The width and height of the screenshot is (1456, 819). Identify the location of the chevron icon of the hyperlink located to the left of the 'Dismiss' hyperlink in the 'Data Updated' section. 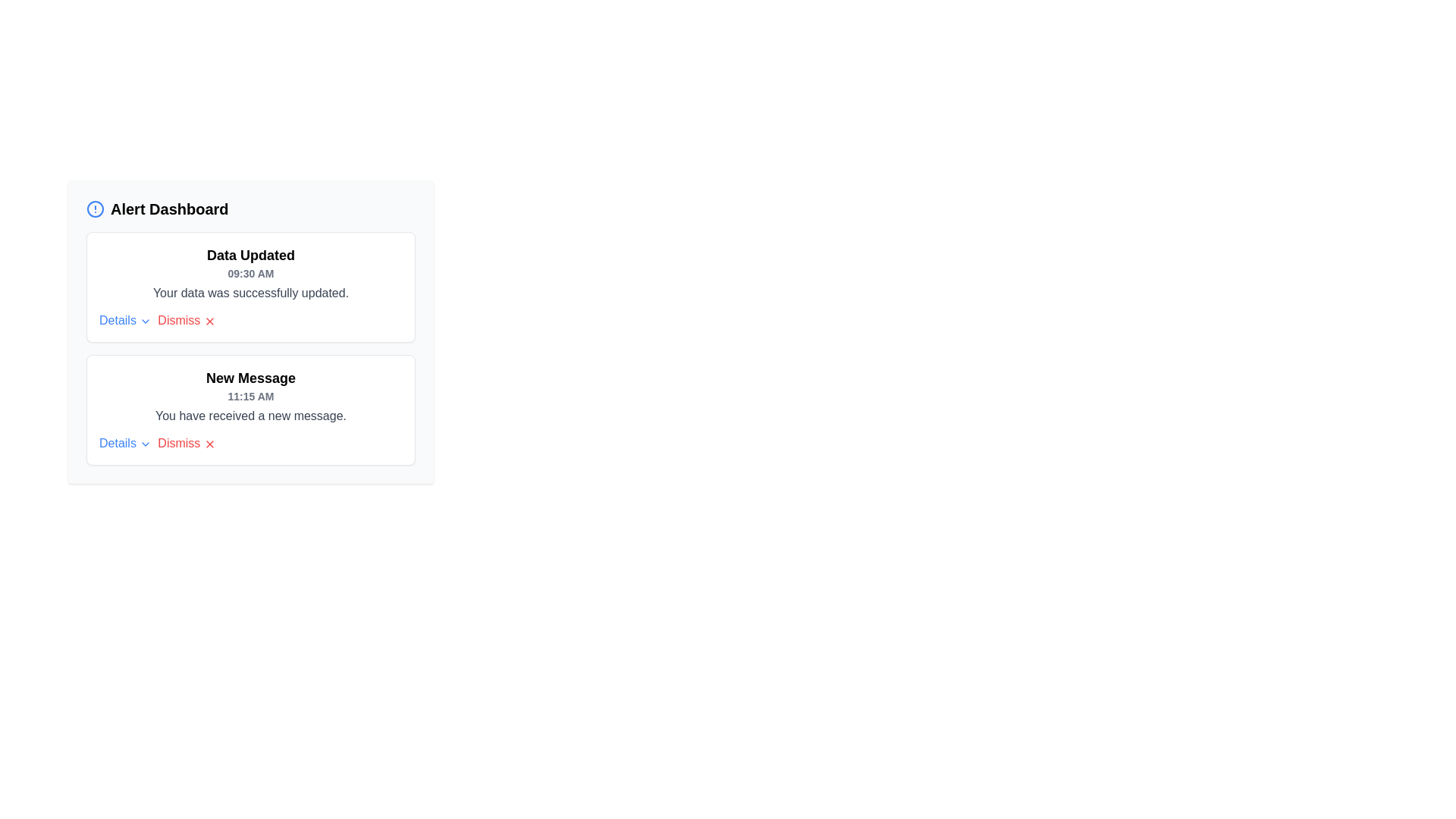
(125, 320).